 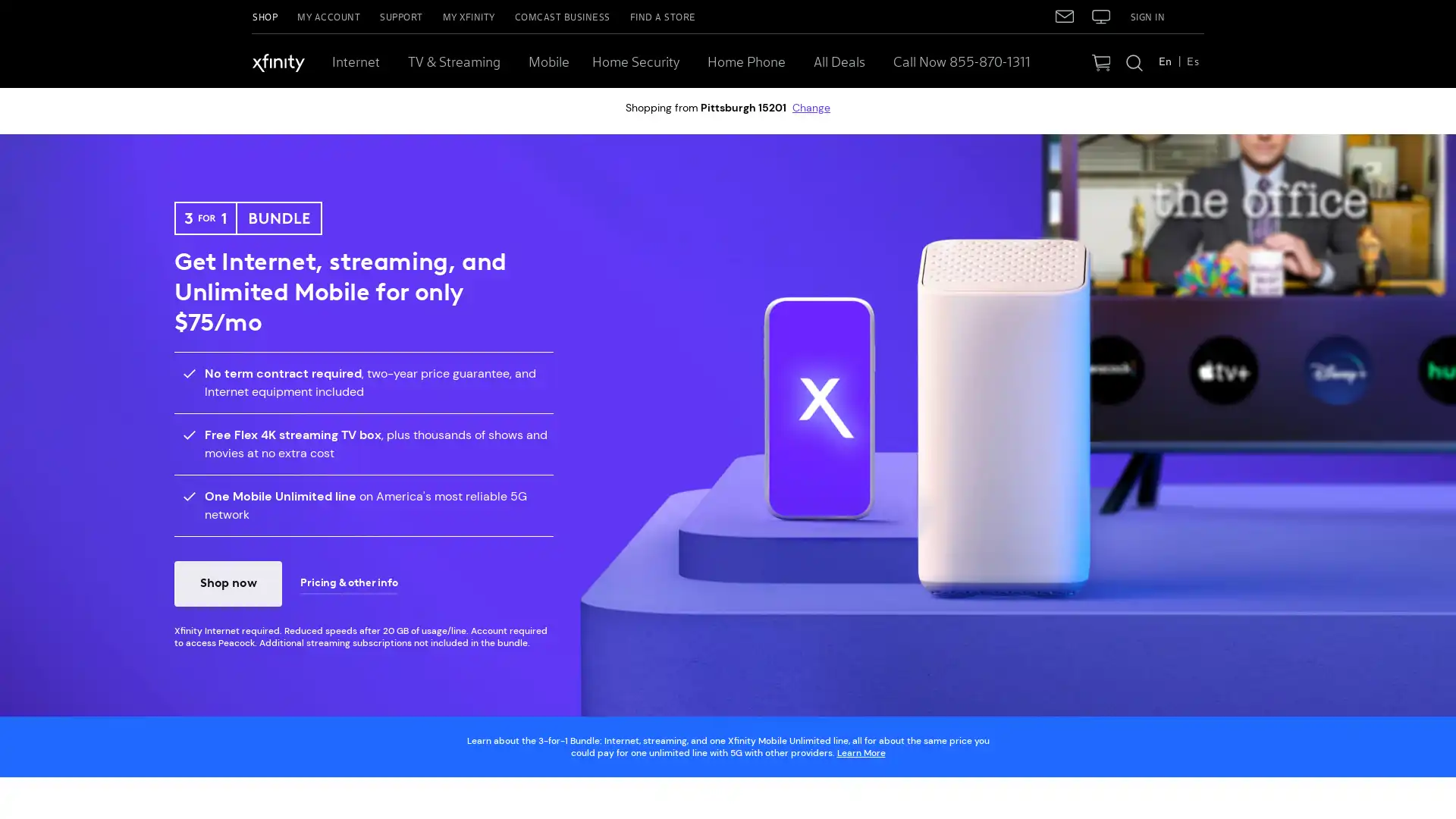 I want to click on All Deals, more links, so click(x=875, y=58).